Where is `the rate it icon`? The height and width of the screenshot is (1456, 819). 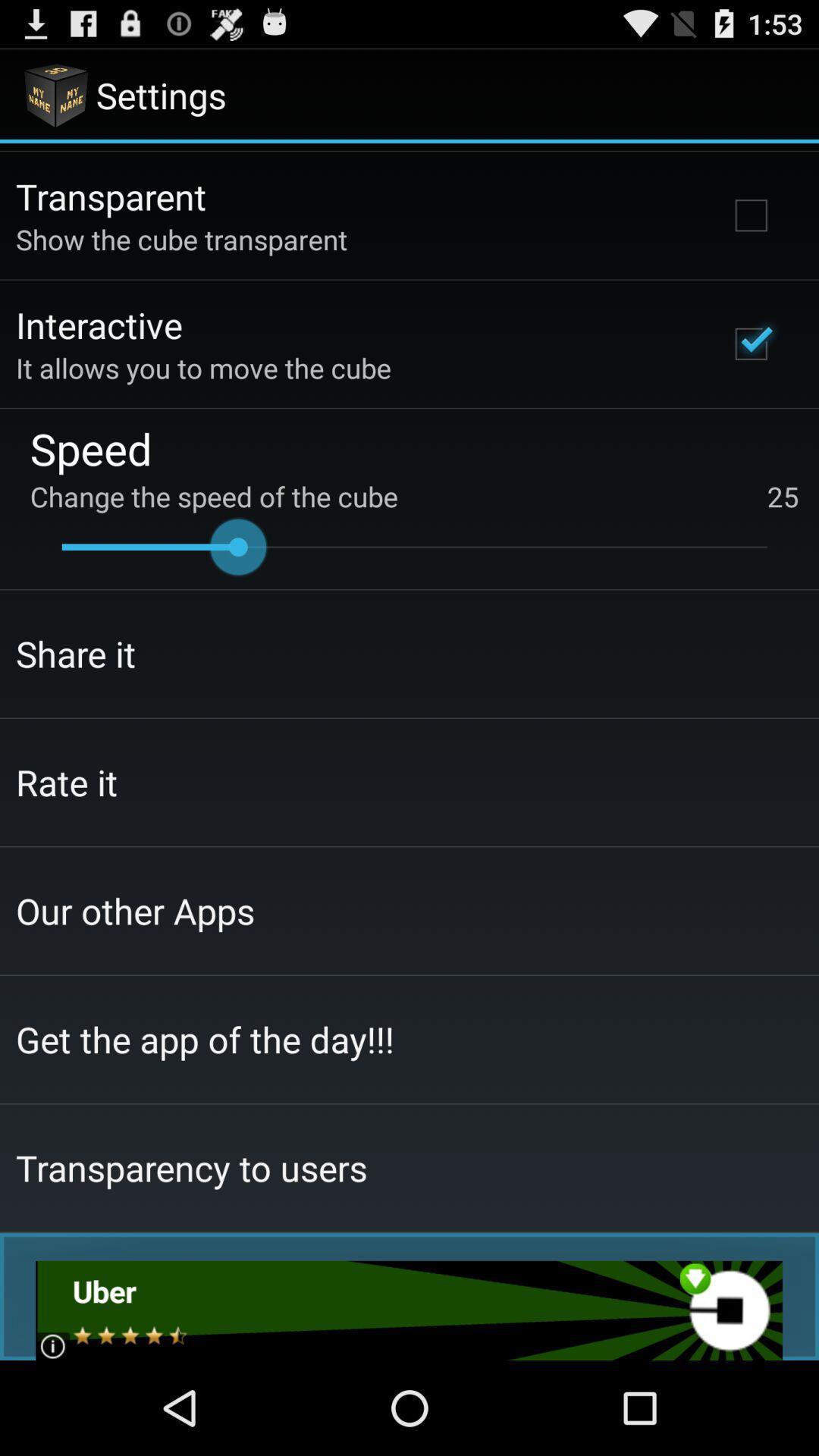 the rate it icon is located at coordinates (66, 782).